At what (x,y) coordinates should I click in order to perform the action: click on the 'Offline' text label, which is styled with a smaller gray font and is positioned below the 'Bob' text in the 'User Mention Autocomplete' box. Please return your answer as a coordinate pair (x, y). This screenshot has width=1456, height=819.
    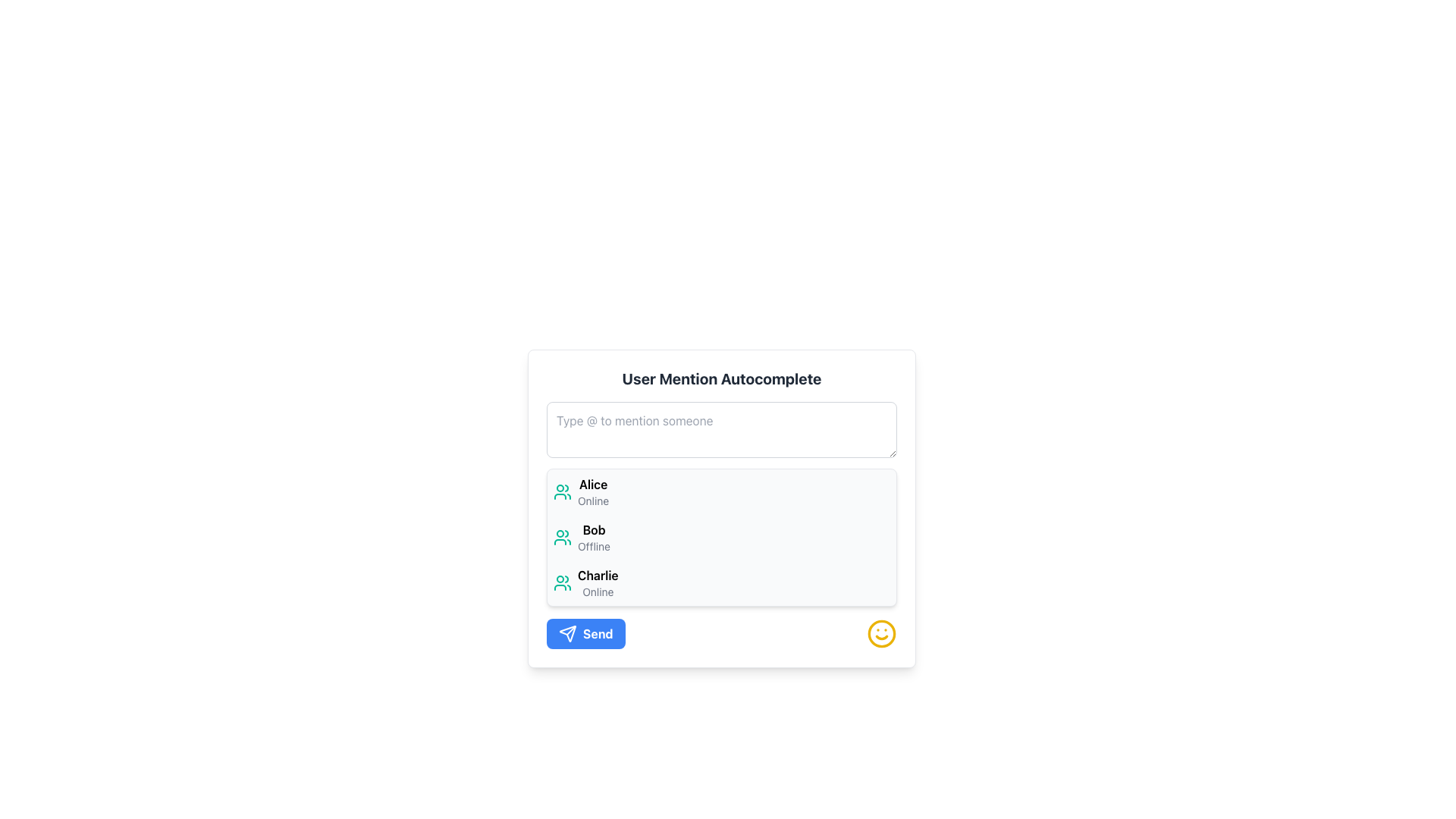
    Looking at the image, I should click on (593, 547).